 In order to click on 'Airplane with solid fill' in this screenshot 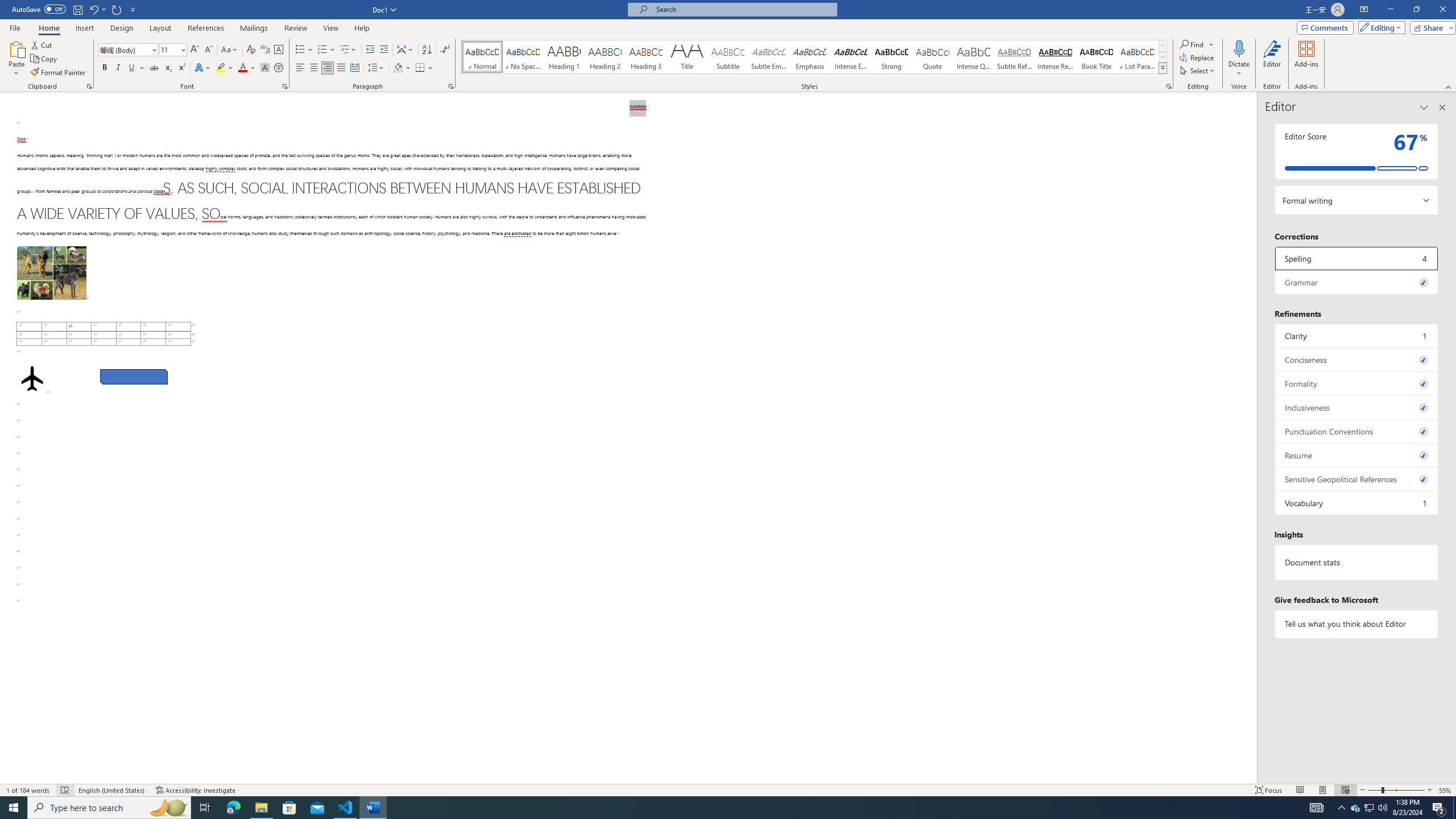, I will do `click(32, 379)`.